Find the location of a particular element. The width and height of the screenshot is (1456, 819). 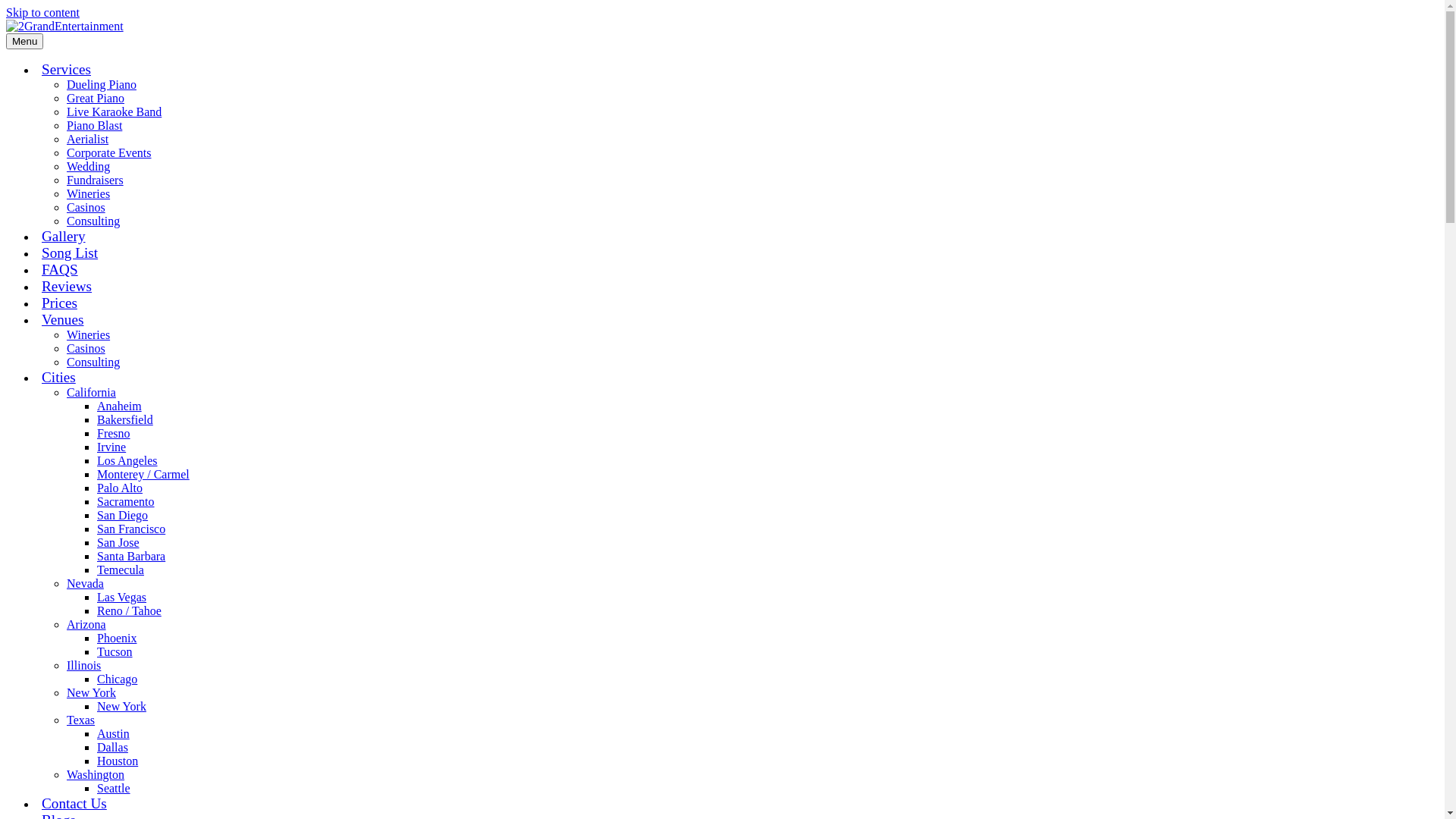

'Monterey / Carmel' is located at coordinates (96, 473).